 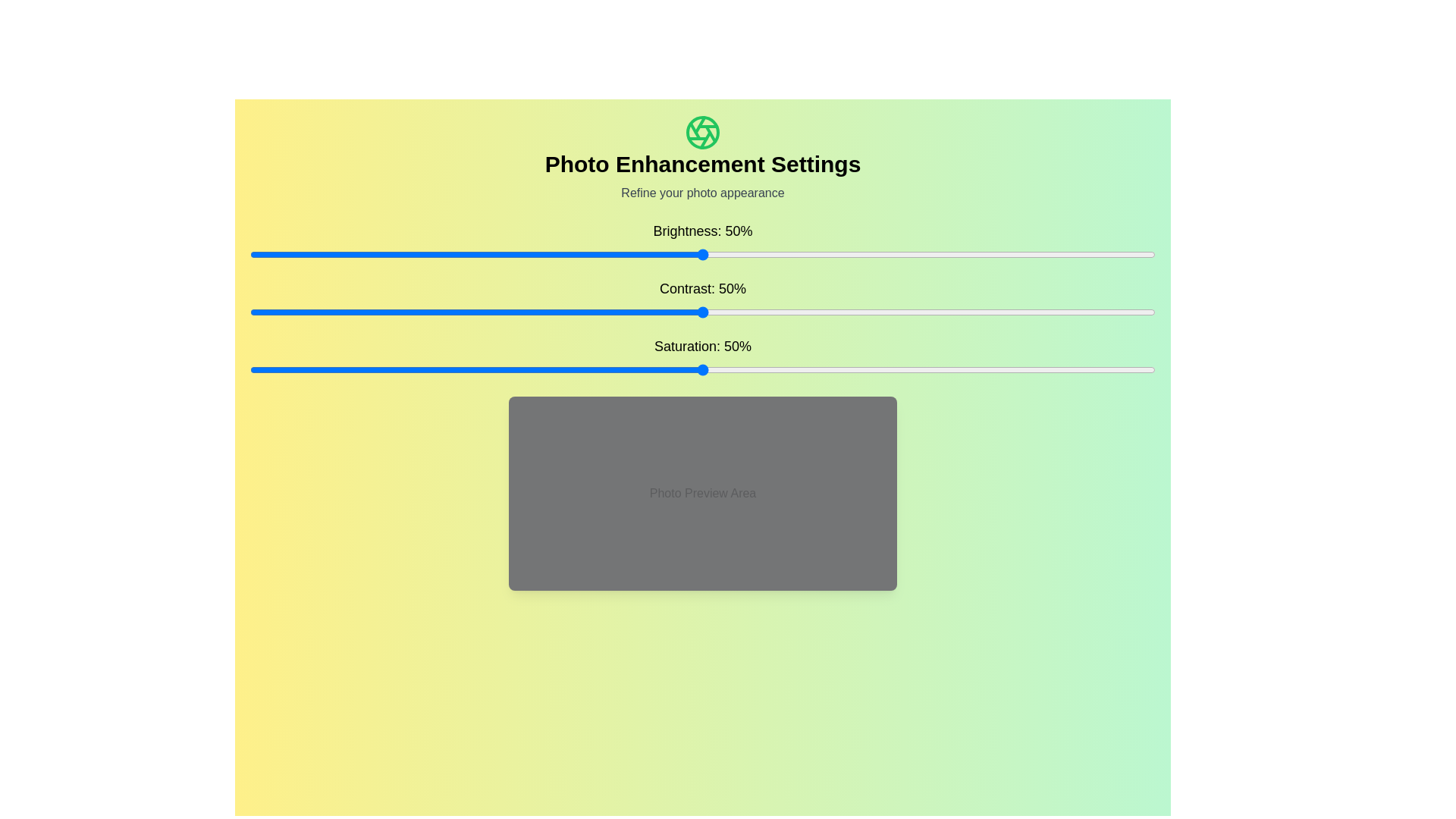 I want to click on the contrast slider to set the contrast to 55%, so click(x=748, y=312).